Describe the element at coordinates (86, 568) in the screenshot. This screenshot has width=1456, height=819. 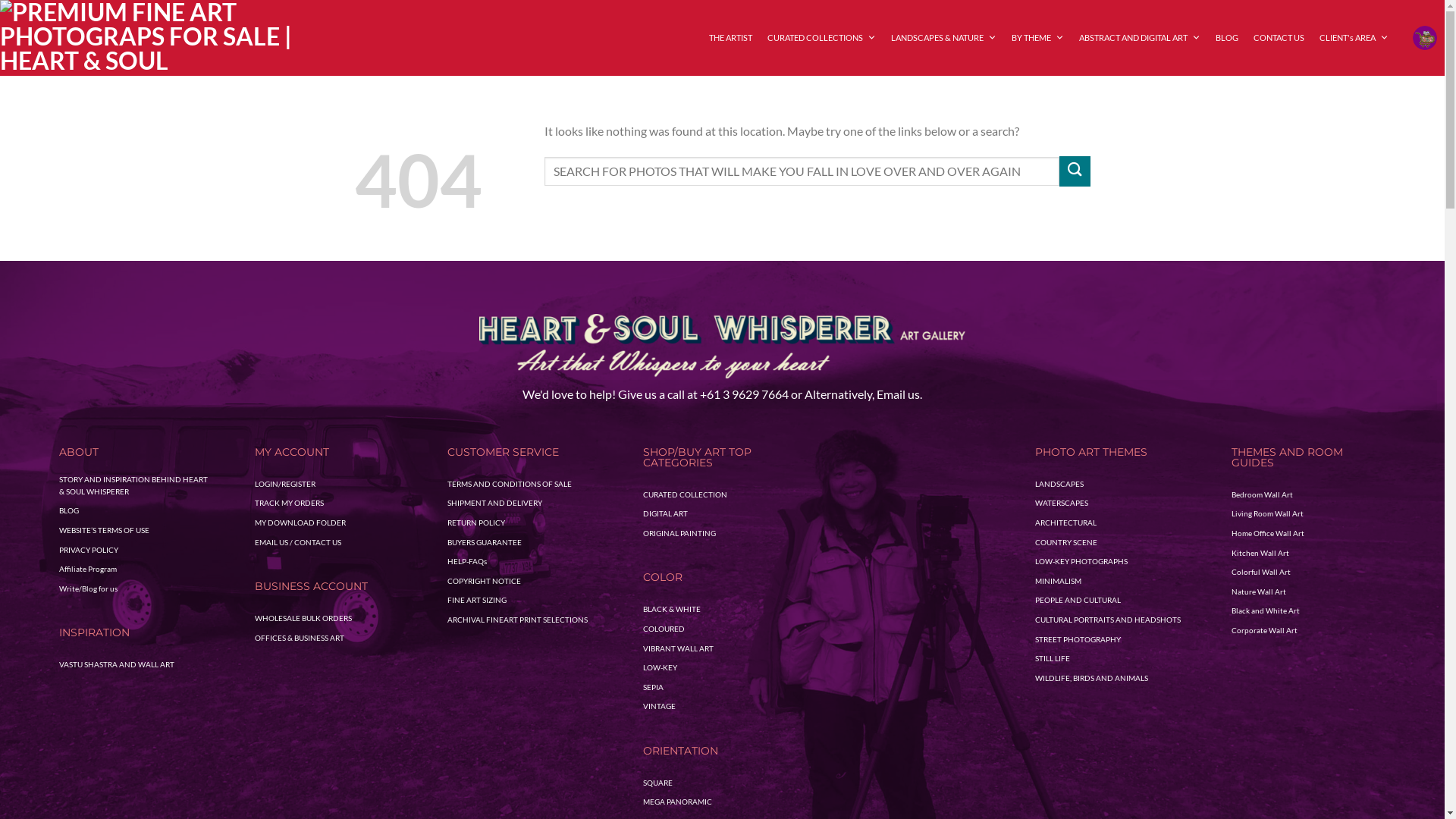
I see `'Affiliate Program'` at that location.